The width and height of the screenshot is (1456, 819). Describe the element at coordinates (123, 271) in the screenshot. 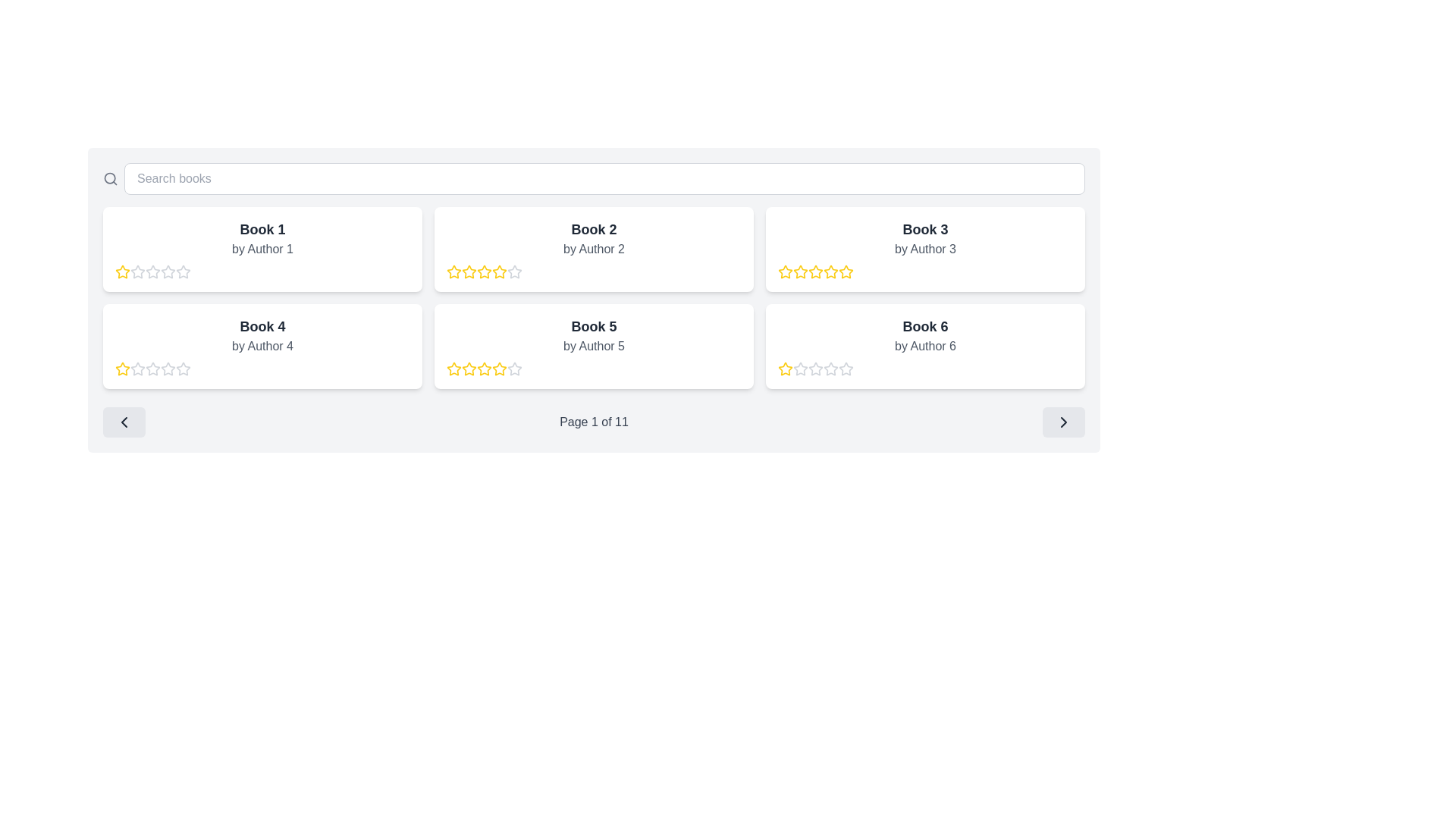

I see `the first star in the rating system under the card for 'Book 1' to rate it` at that location.